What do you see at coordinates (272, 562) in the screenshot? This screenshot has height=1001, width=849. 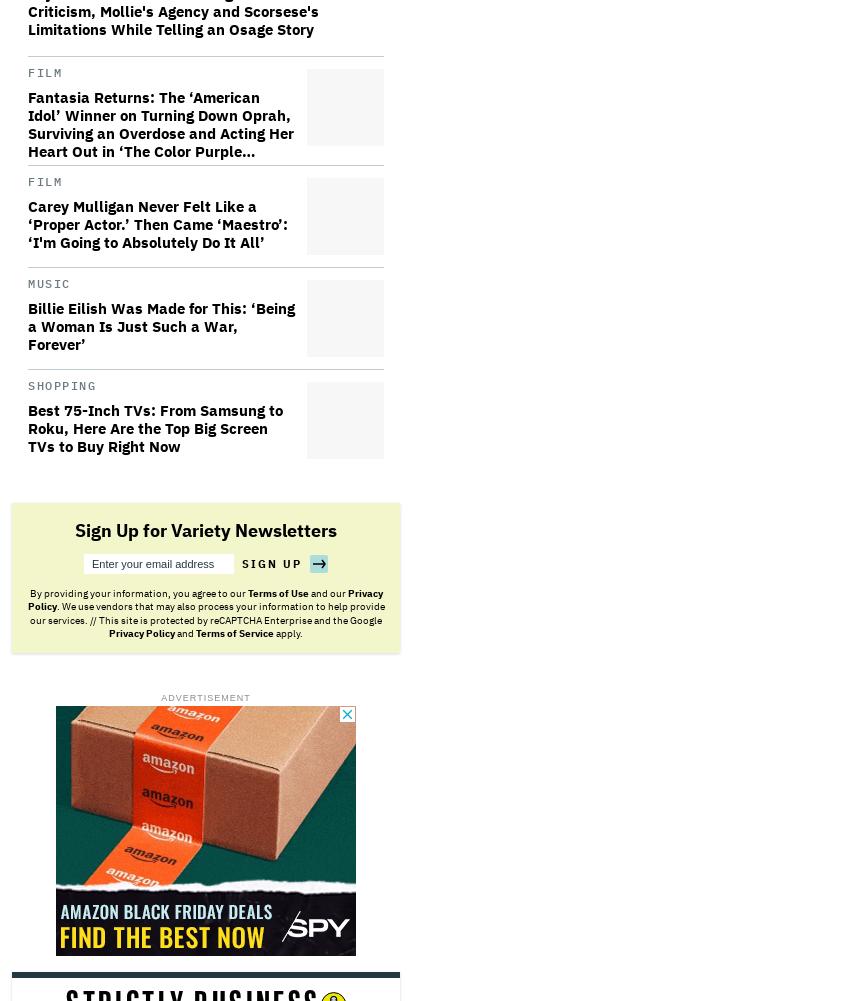 I see `'Sign Up'` at bounding box center [272, 562].